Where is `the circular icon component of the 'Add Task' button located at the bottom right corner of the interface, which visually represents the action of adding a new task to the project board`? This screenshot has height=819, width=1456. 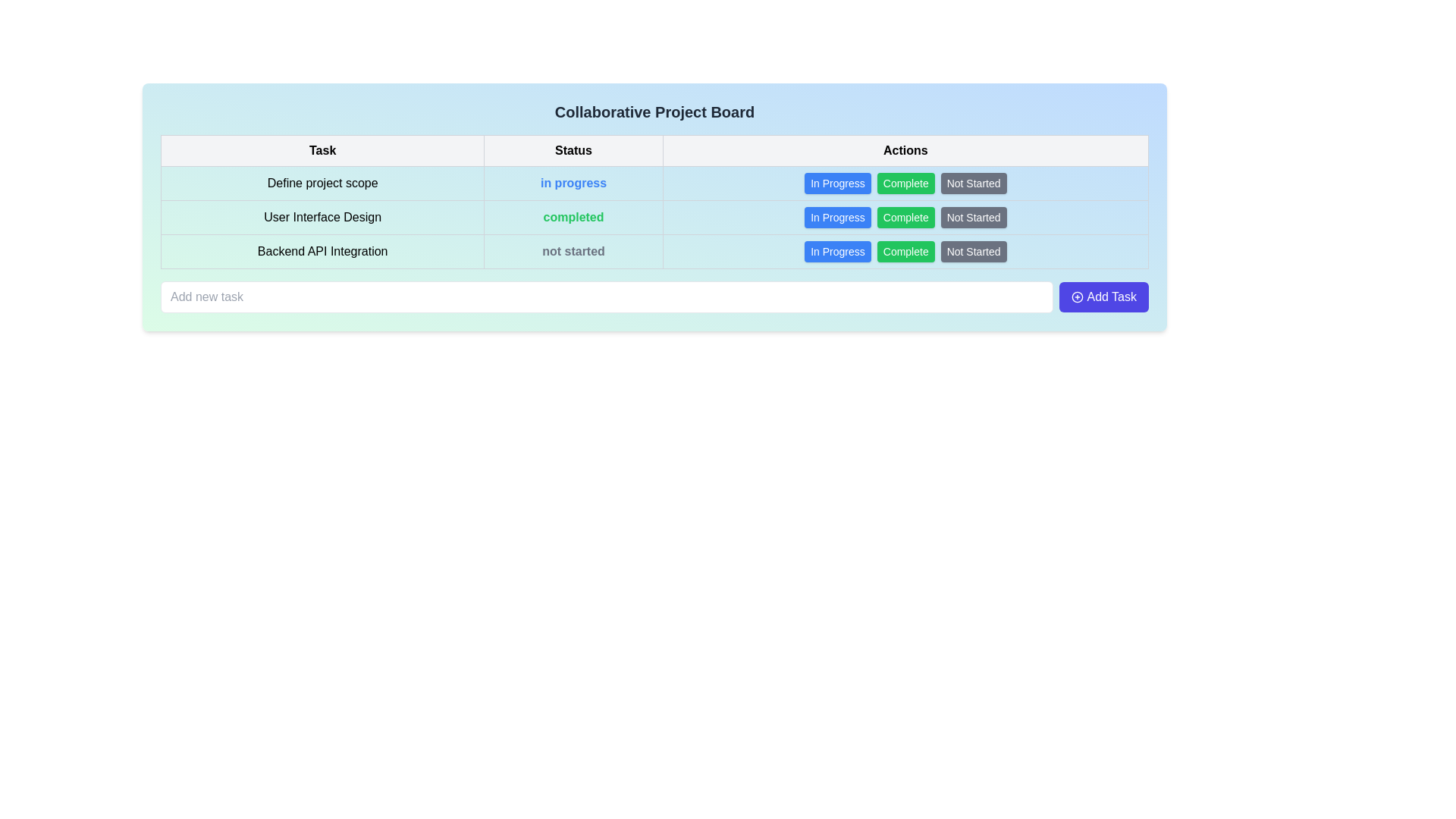 the circular icon component of the 'Add Task' button located at the bottom right corner of the interface, which visually represents the action of adding a new task to the project board is located at coordinates (1077, 297).